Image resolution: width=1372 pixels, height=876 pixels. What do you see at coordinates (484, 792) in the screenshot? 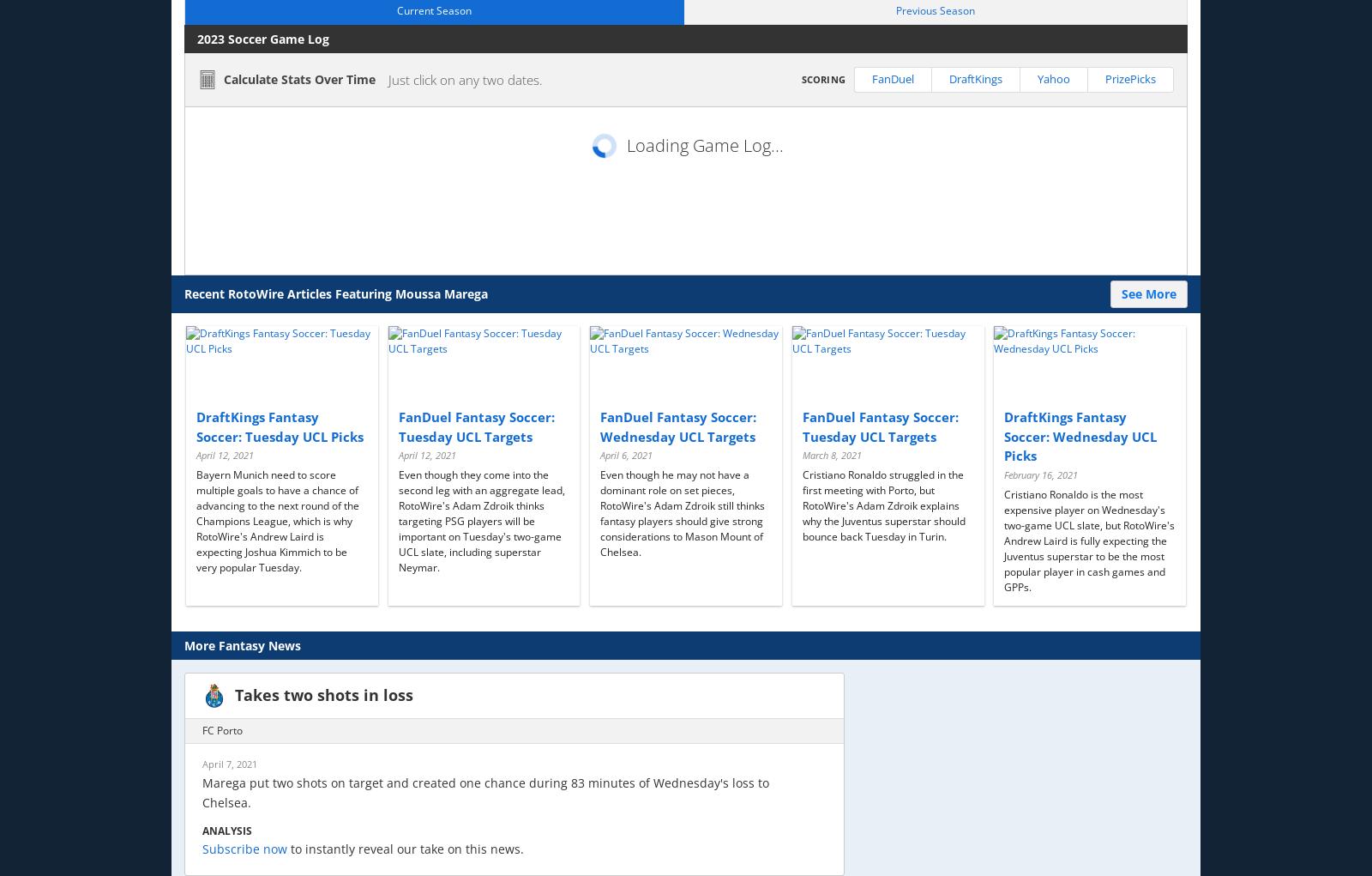
I see `'Marega put two shots on target and created one chance during 83 minutes of Wednesday's loss to Chelsea.'` at bounding box center [484, 792].